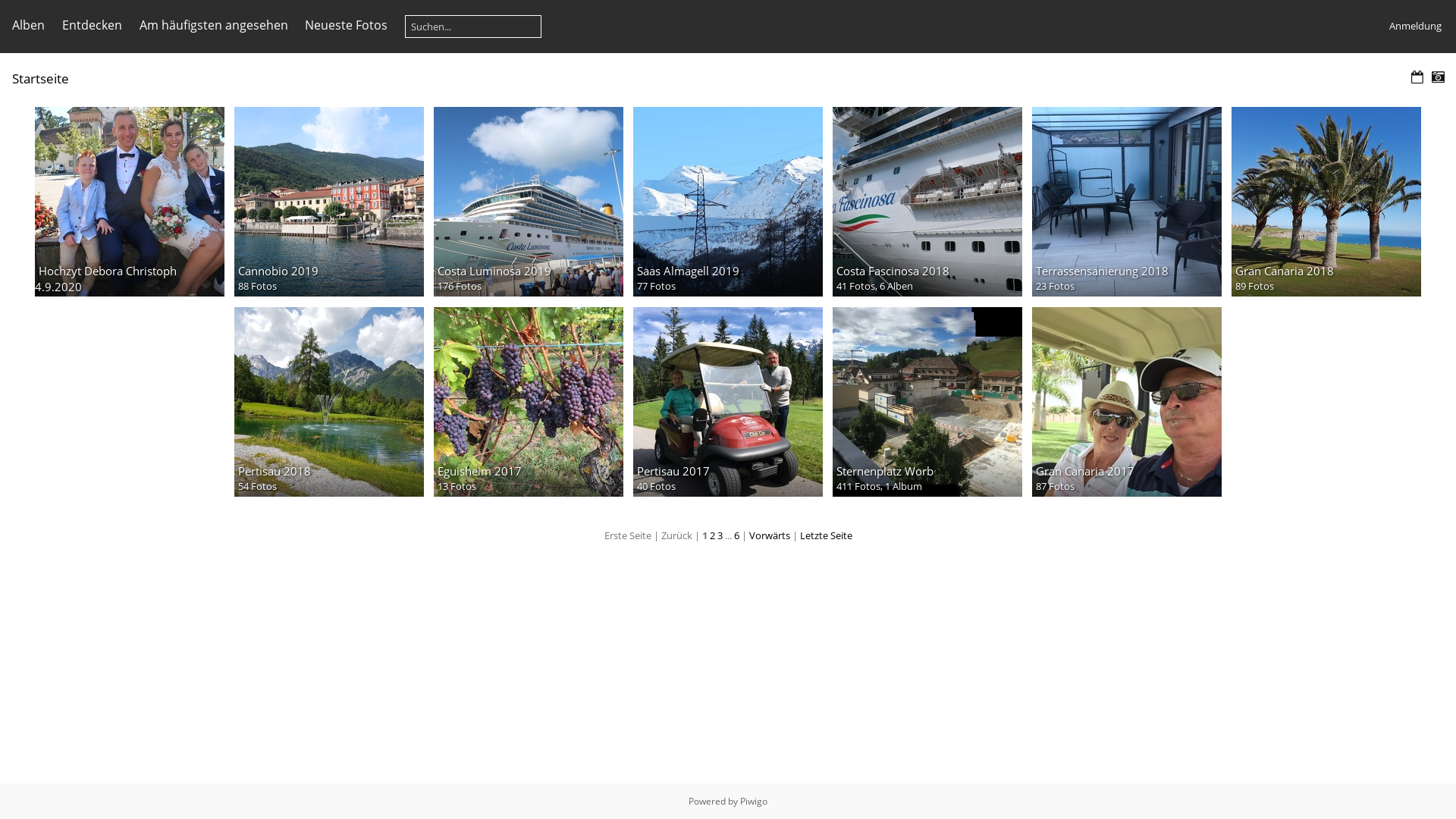 The height and width of the screenshot is (819, 1456). I want to click on 'Sternenplatz Worb, so click(832, 400).